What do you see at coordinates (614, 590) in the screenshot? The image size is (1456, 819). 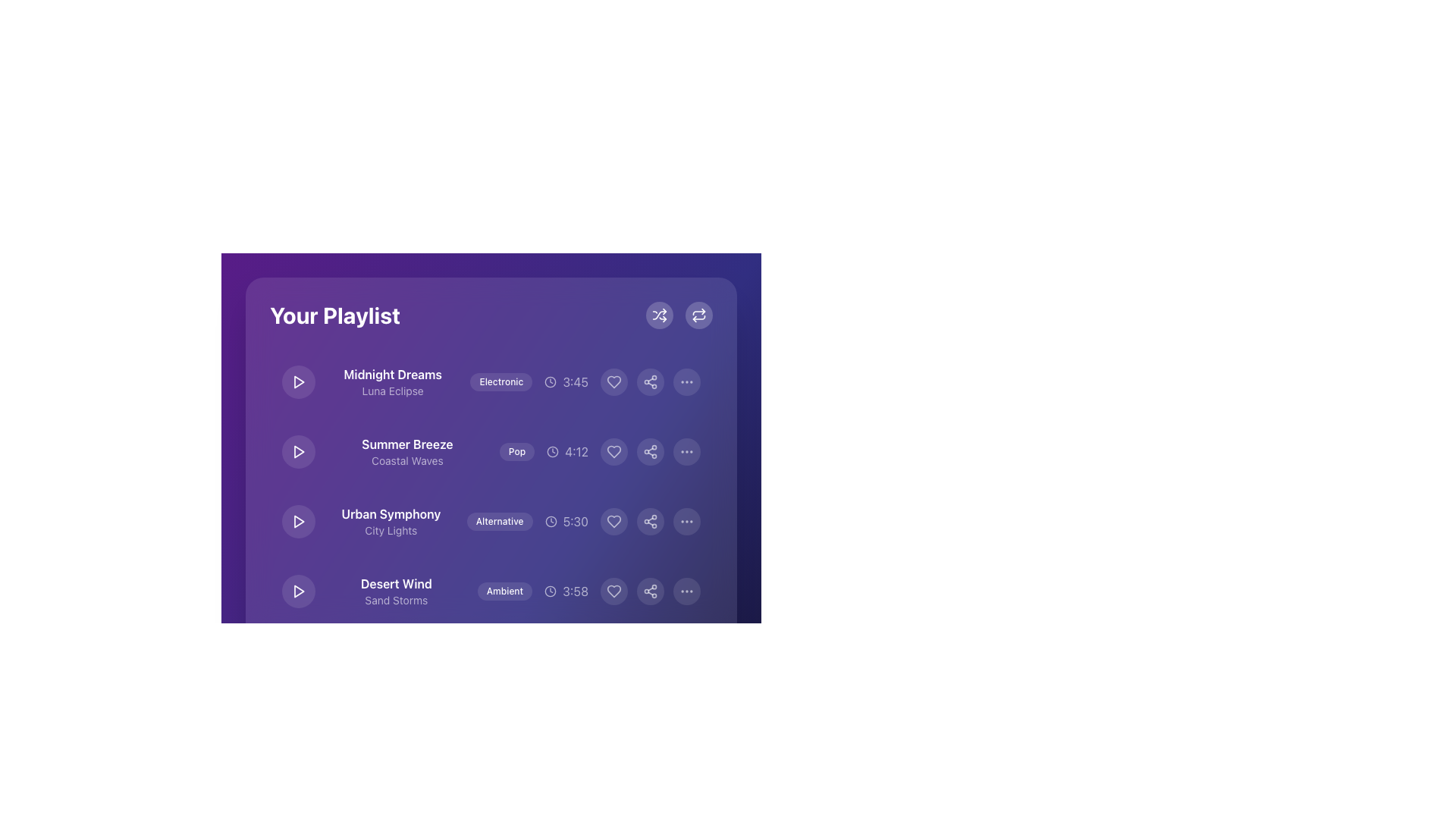 I see `the heart icon button located in the fourth row of the playlist interface, adjacent to the song details for 'Desert Wind'` at bounding box center [614, 590].